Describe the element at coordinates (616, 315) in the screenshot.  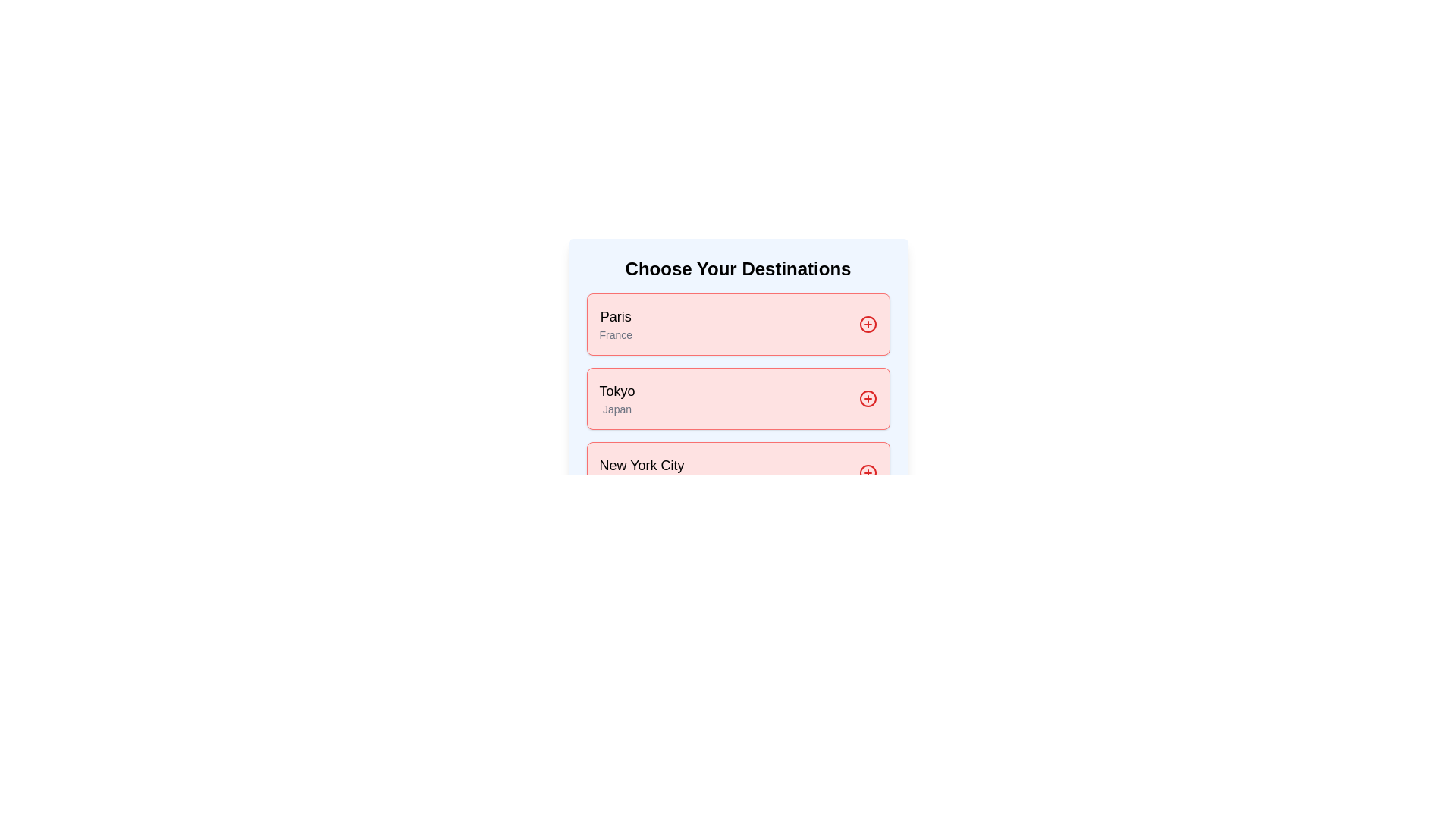
I see `the text label displaying 'Paris' which is styled in medium-sized bold font, located at the top left corner of the first block in a vertical list of destination cards` at that location.